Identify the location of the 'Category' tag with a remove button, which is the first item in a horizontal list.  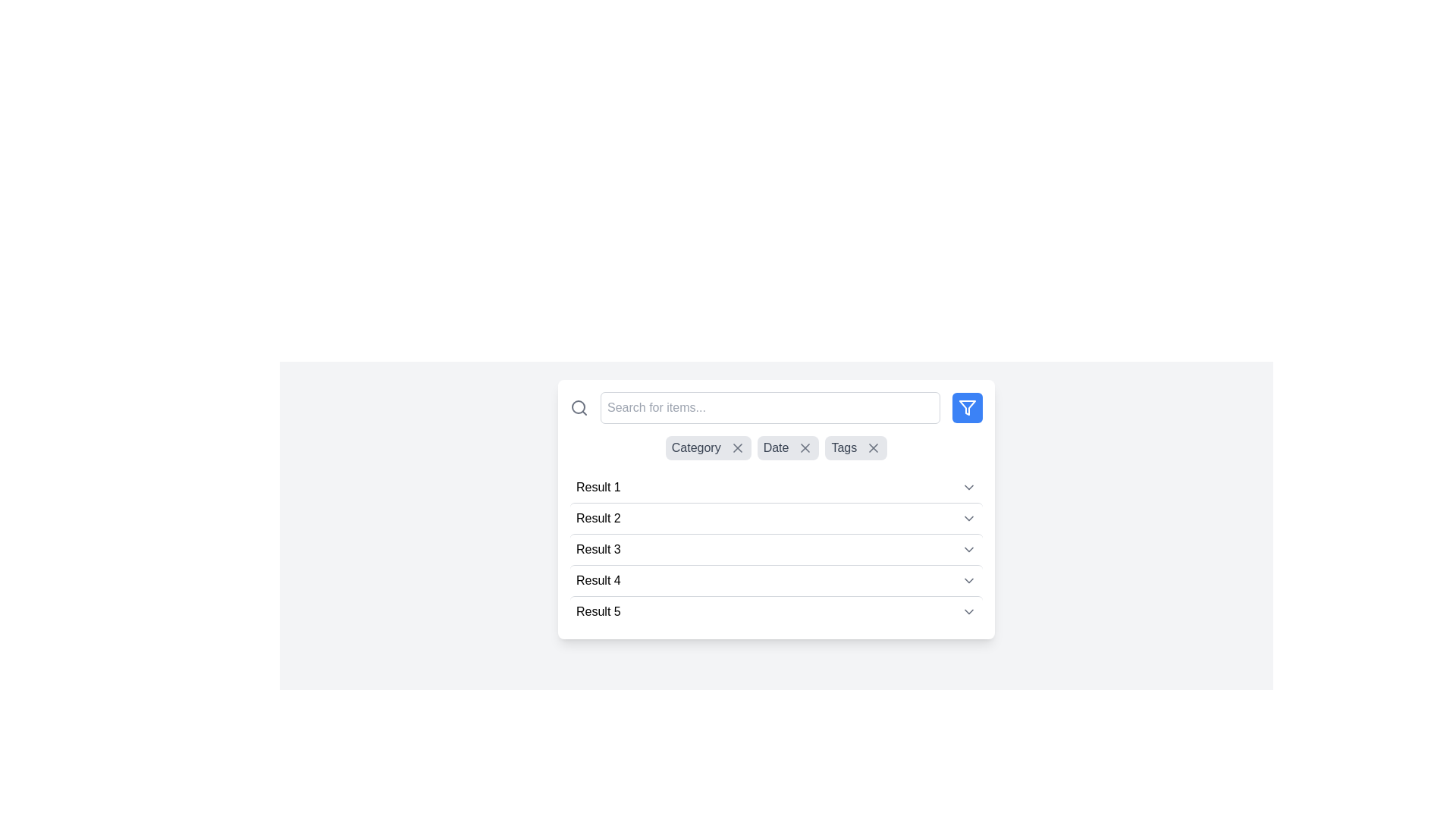
(708, 447).